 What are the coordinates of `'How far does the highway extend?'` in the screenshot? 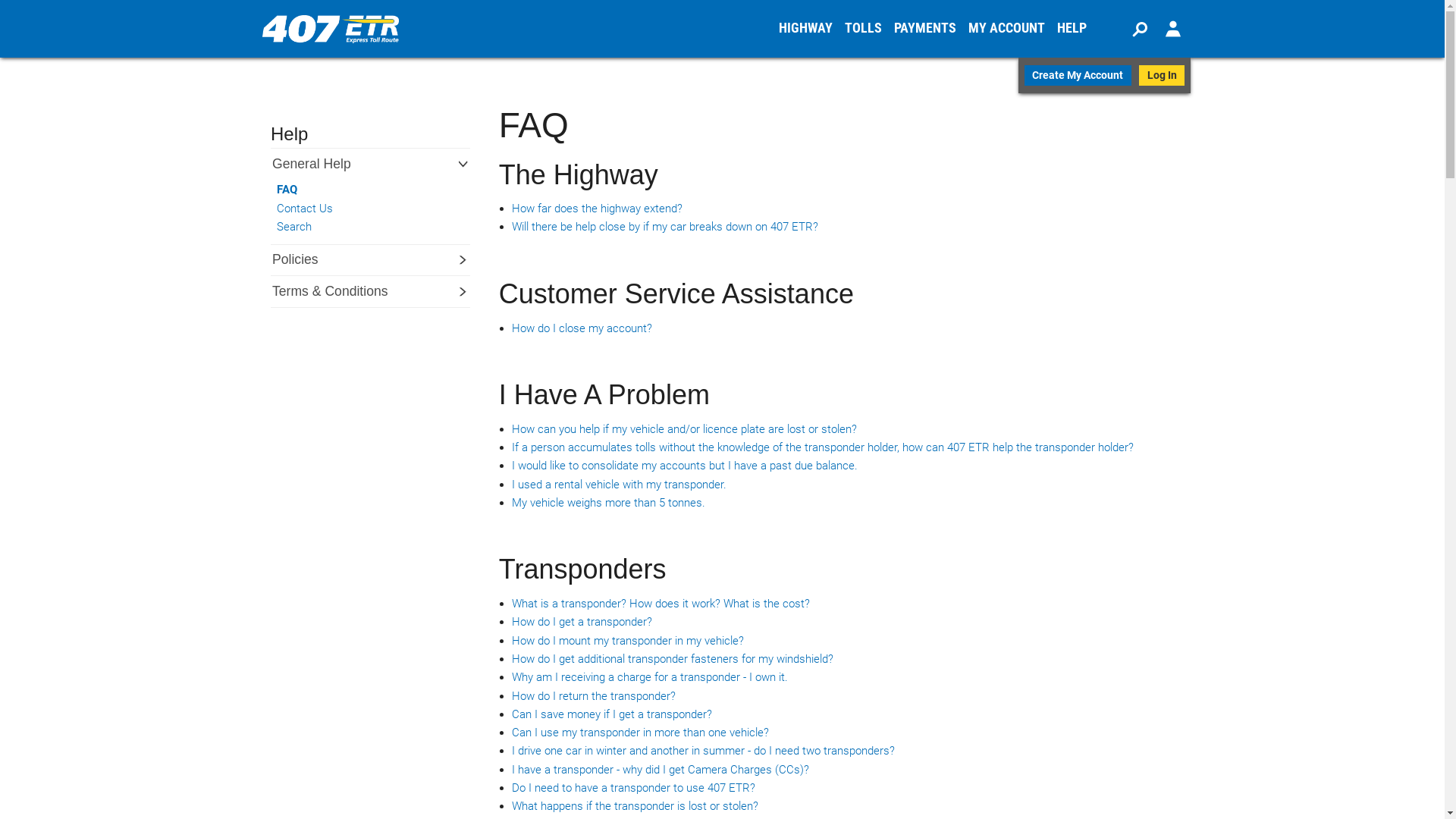 It's located at (596, 208).